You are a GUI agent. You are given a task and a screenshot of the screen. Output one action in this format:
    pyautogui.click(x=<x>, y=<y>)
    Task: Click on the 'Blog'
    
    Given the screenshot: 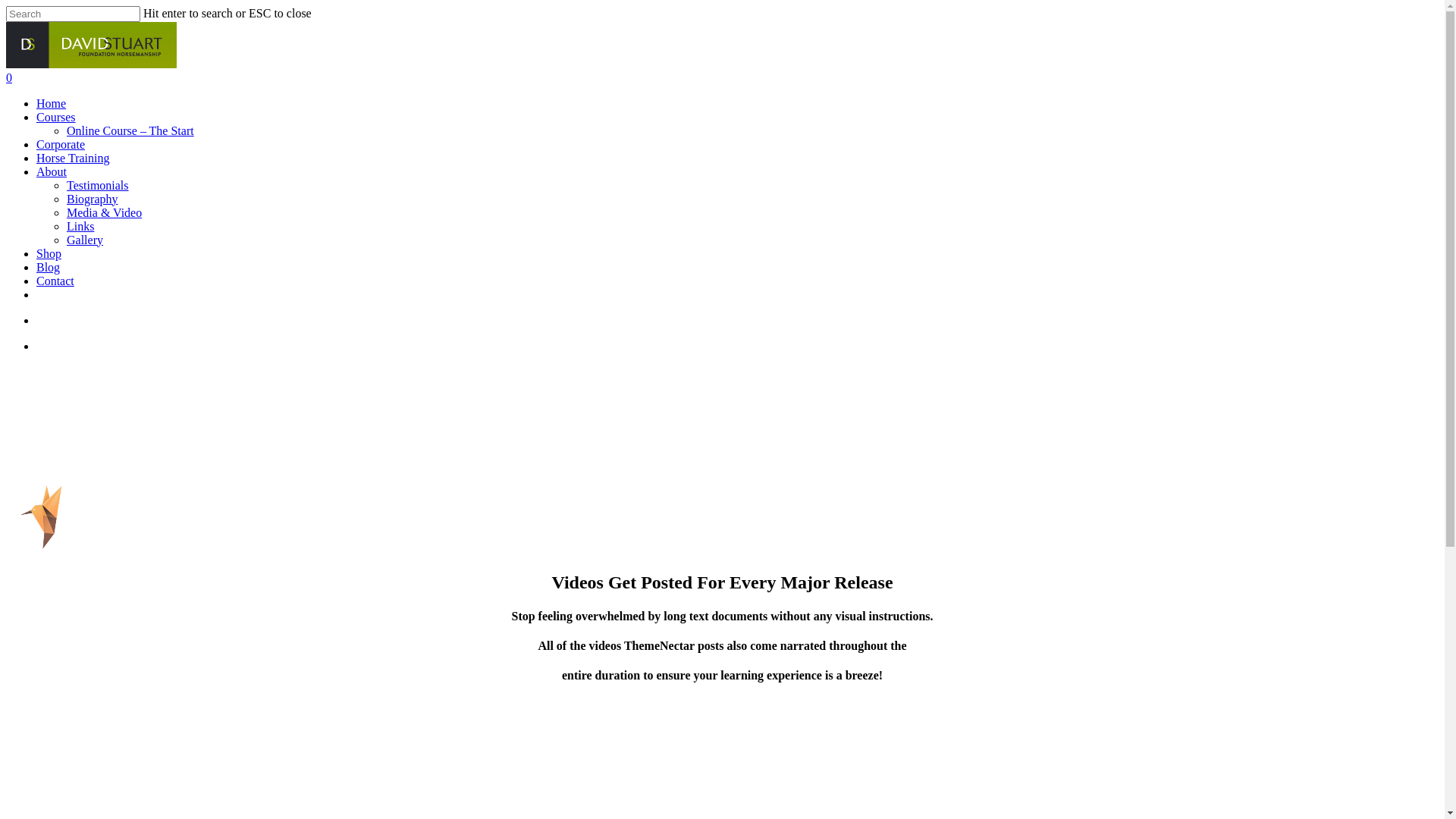 What is the action you would take?
    pyautogui.click(x=48, y=266)
    